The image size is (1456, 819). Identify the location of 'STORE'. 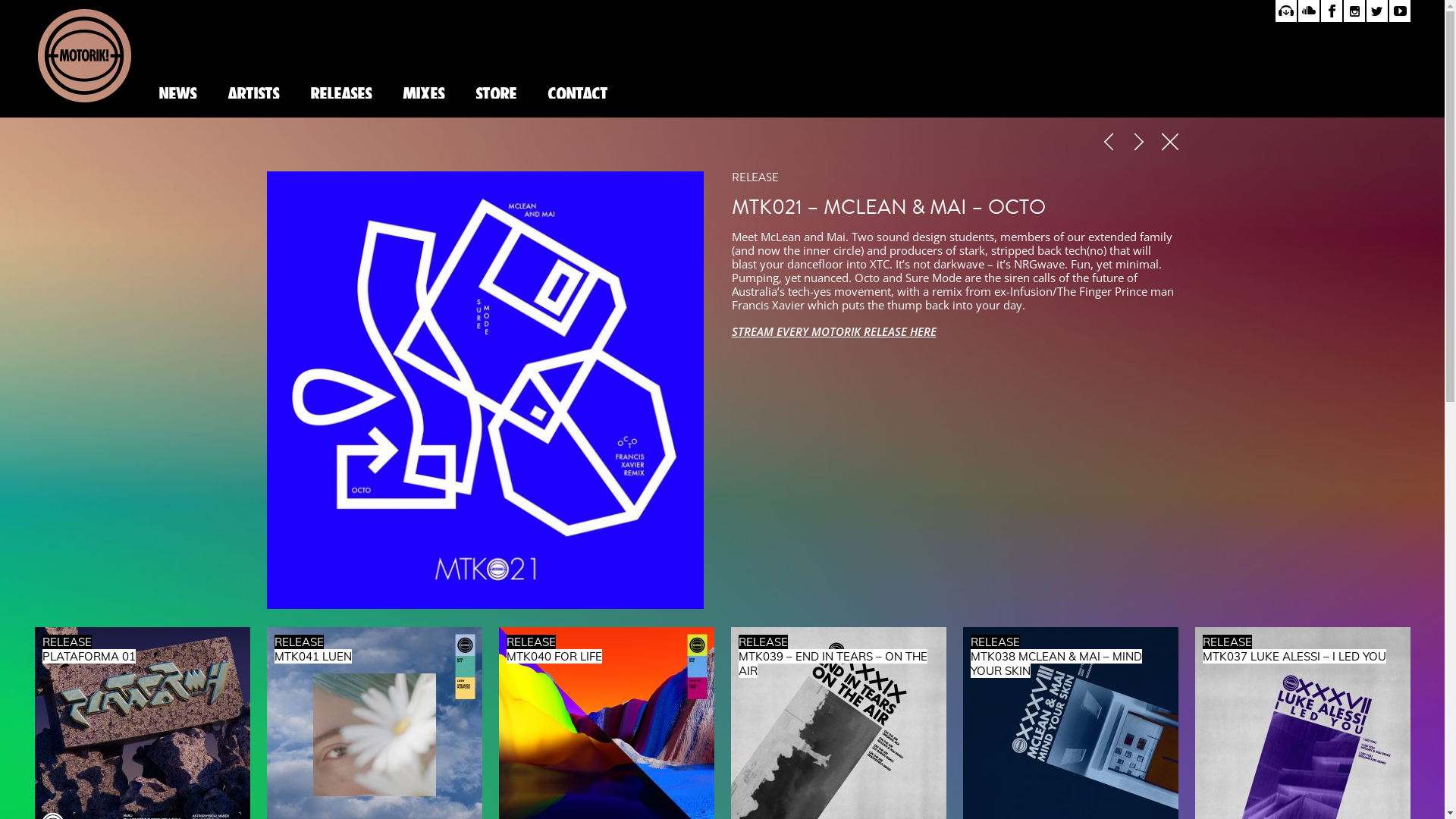
(495, 91).